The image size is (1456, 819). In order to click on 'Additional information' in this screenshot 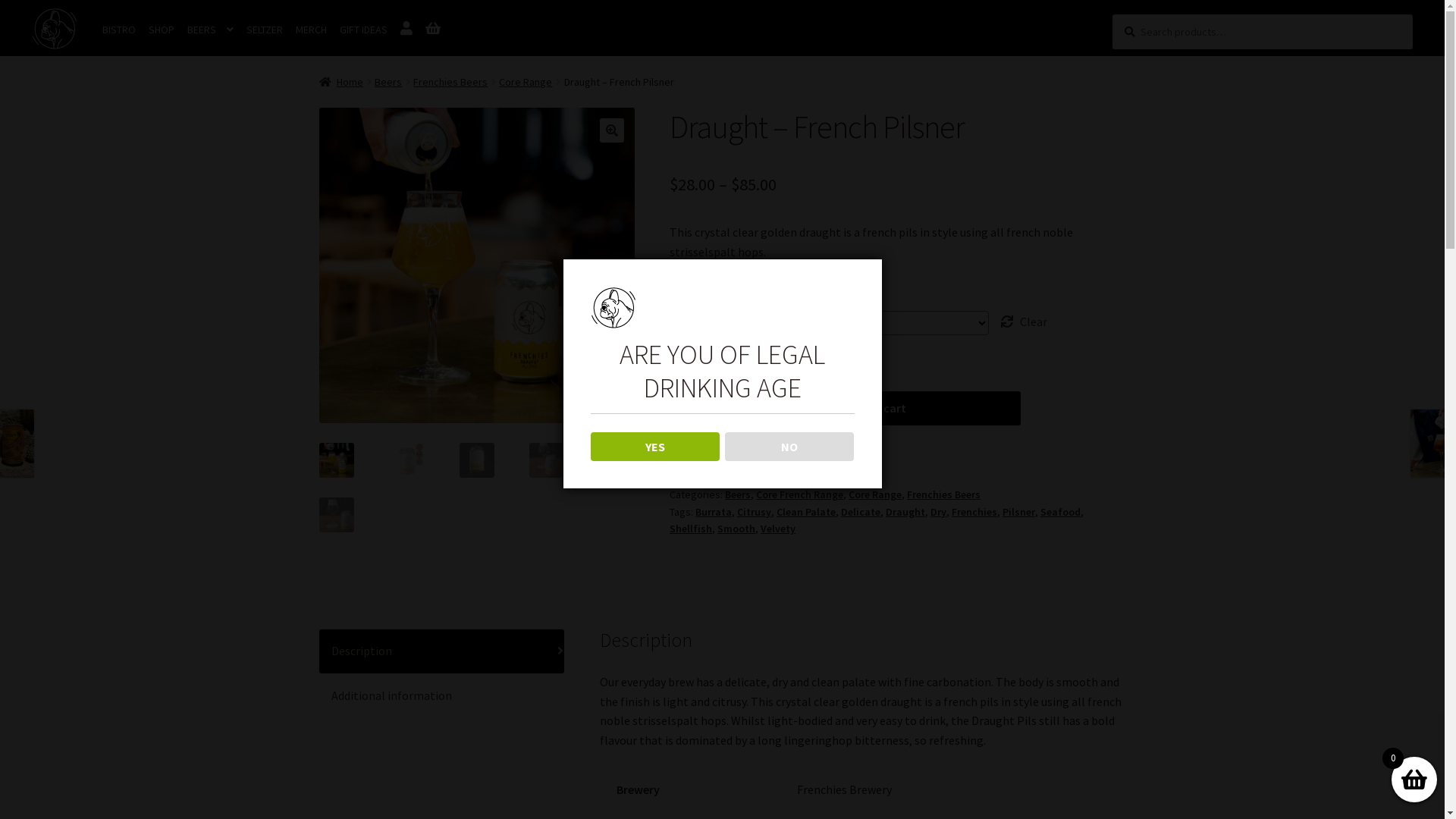, I will do `click(441, 696)`.